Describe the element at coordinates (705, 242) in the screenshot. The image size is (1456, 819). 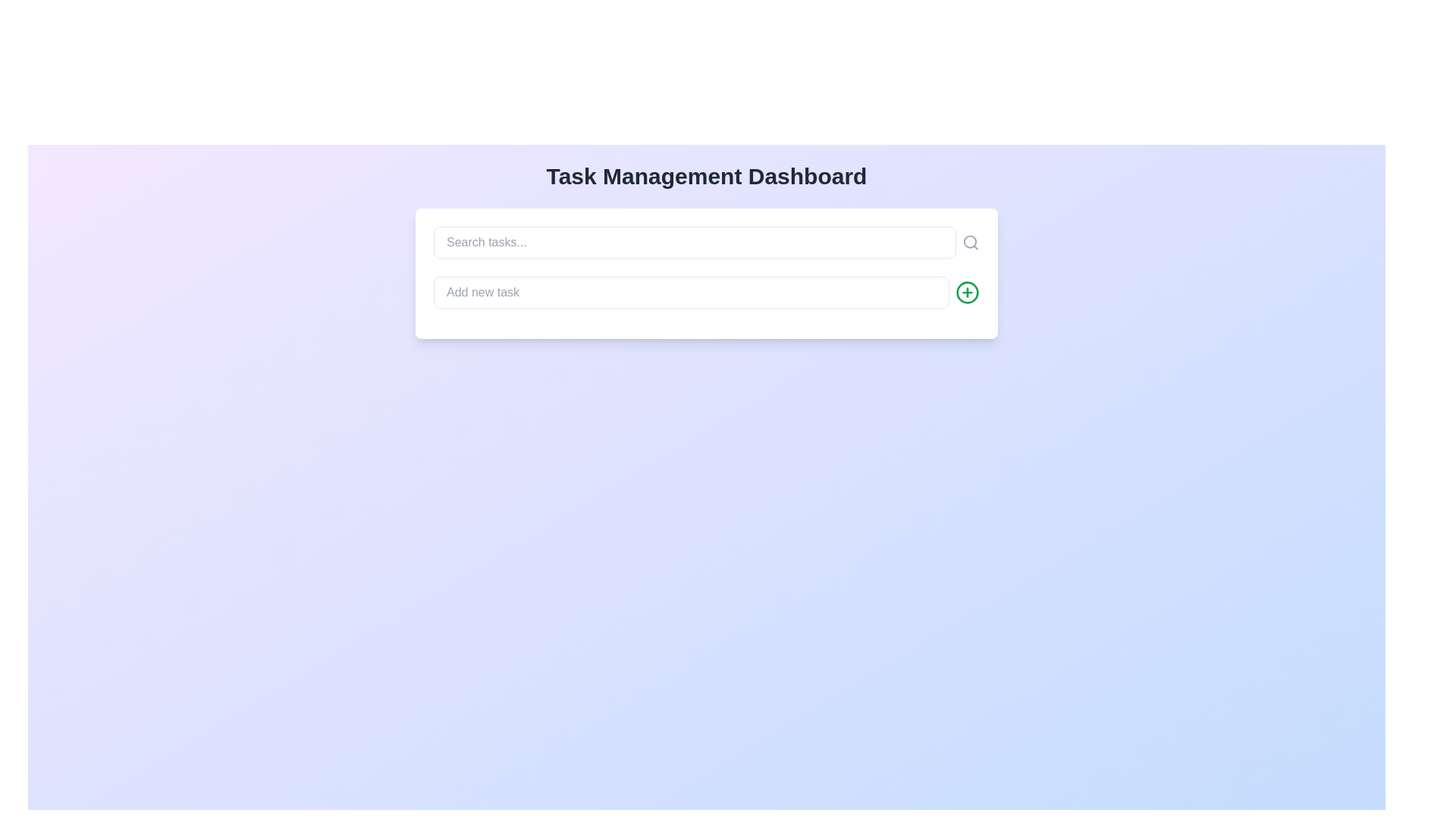
I see `the text input field with placeholder text 'Search tasks...' by clicking on it` at that location.